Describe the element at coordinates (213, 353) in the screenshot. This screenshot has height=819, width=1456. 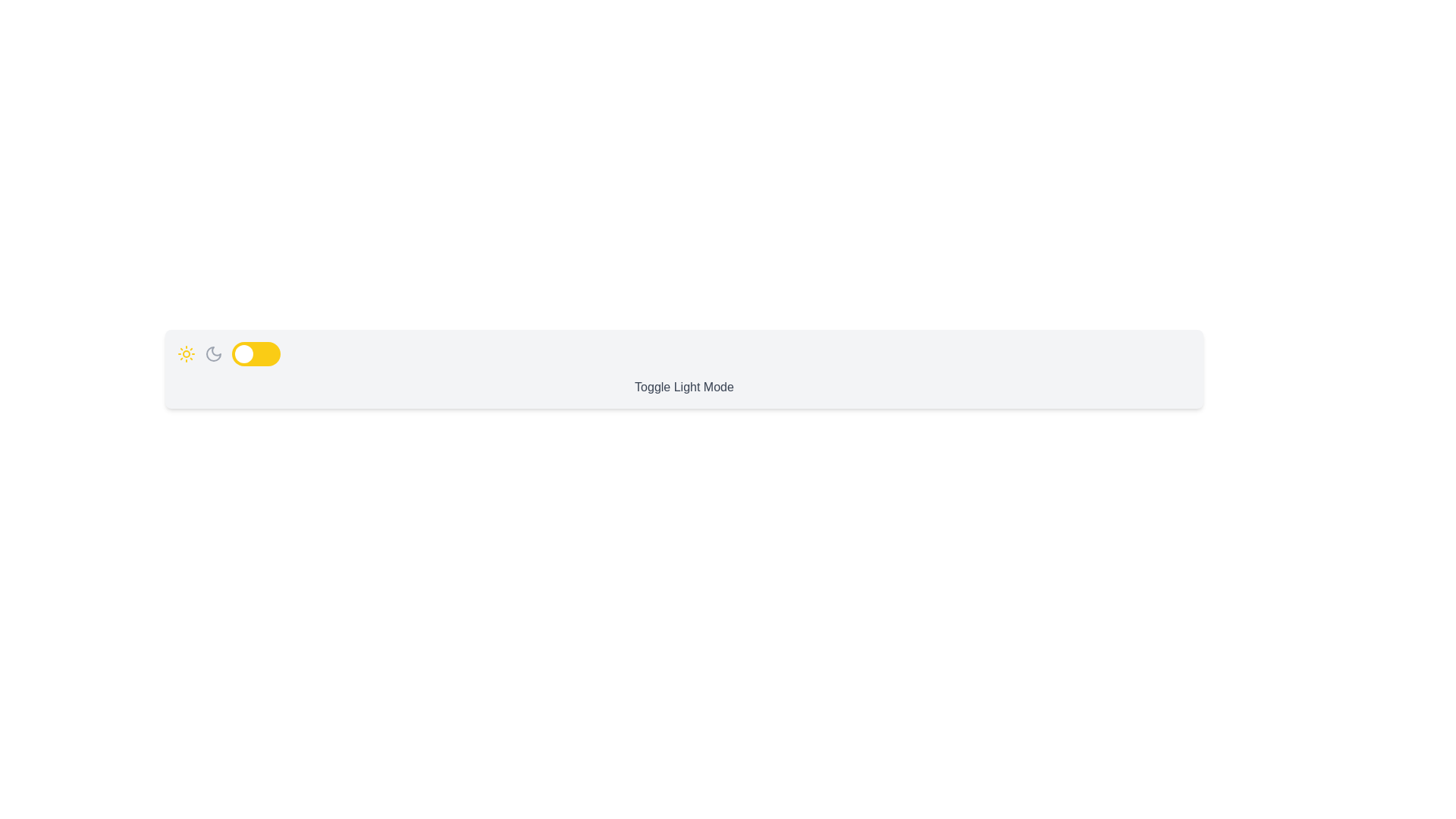
I see `the crescent moon icon element, which is gray and styled in a minimalistic design, positioned between the sun icon and a toggle switch in the light/dark mode toggle section` at that location.